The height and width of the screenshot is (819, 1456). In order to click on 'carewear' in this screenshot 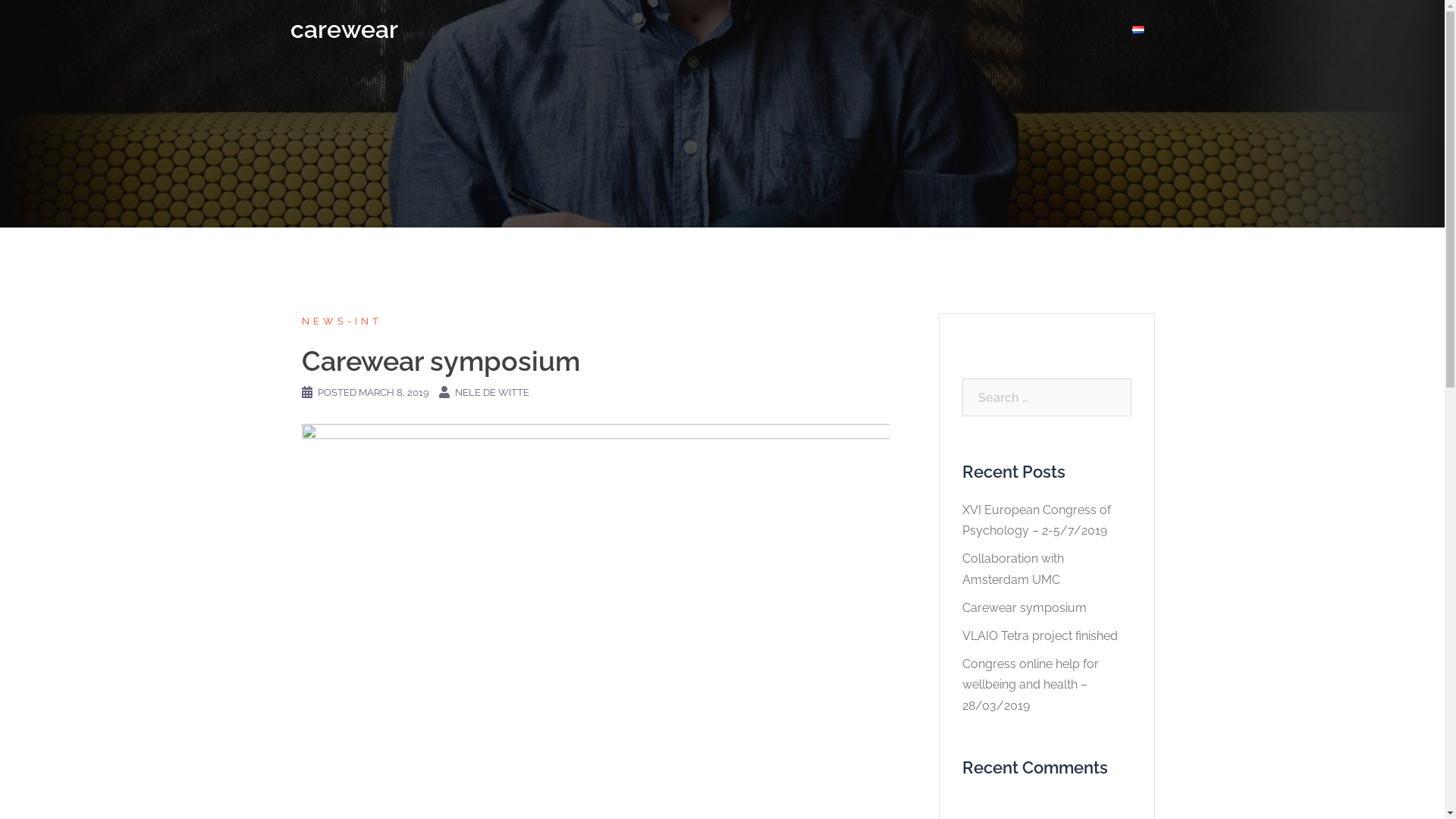, I will do `click(342, 29)`.